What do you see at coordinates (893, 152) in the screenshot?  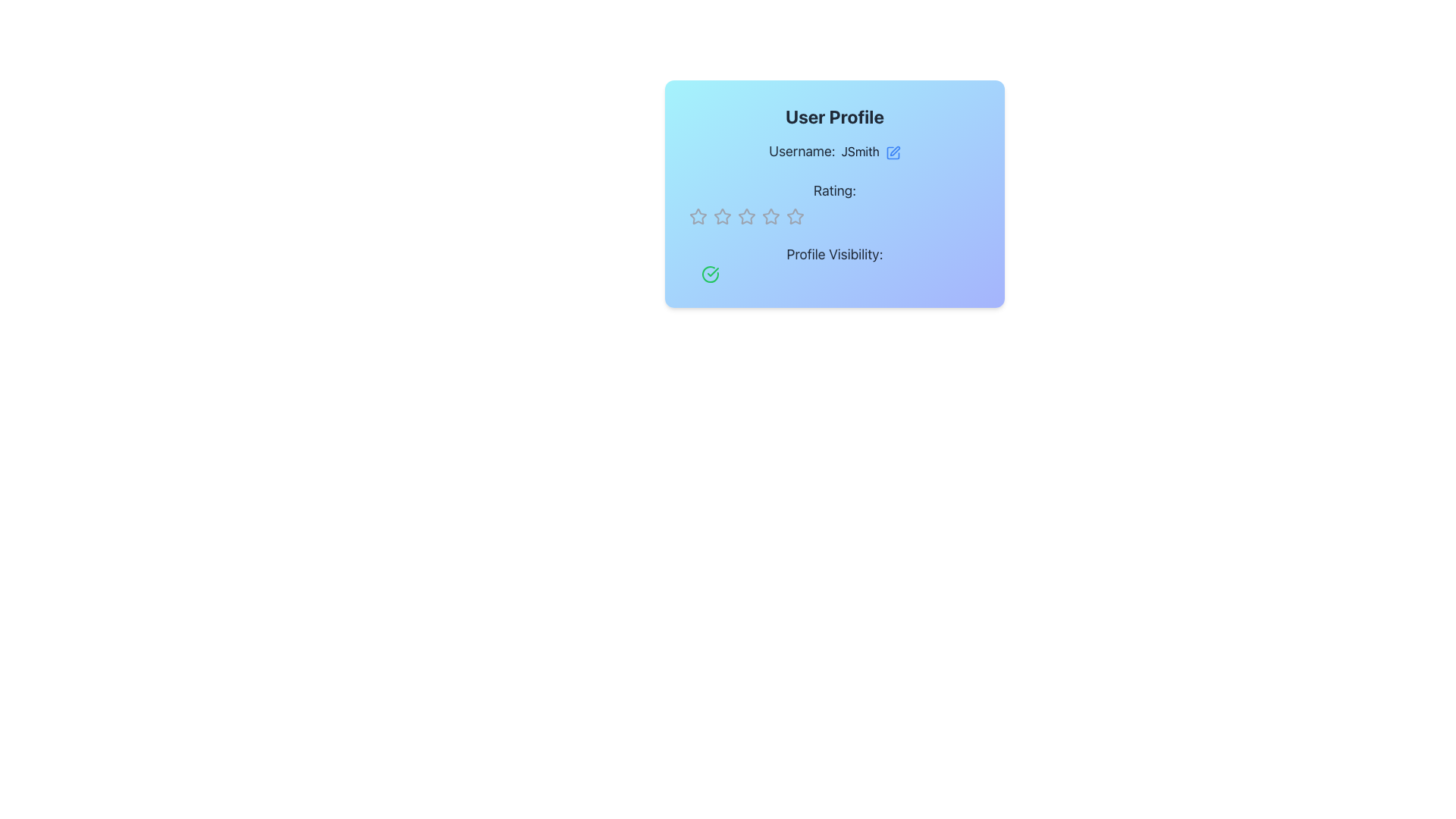 I see `the edit icon next to the username 'JSmith' in the user profile box` at bounding box center [893, 152].